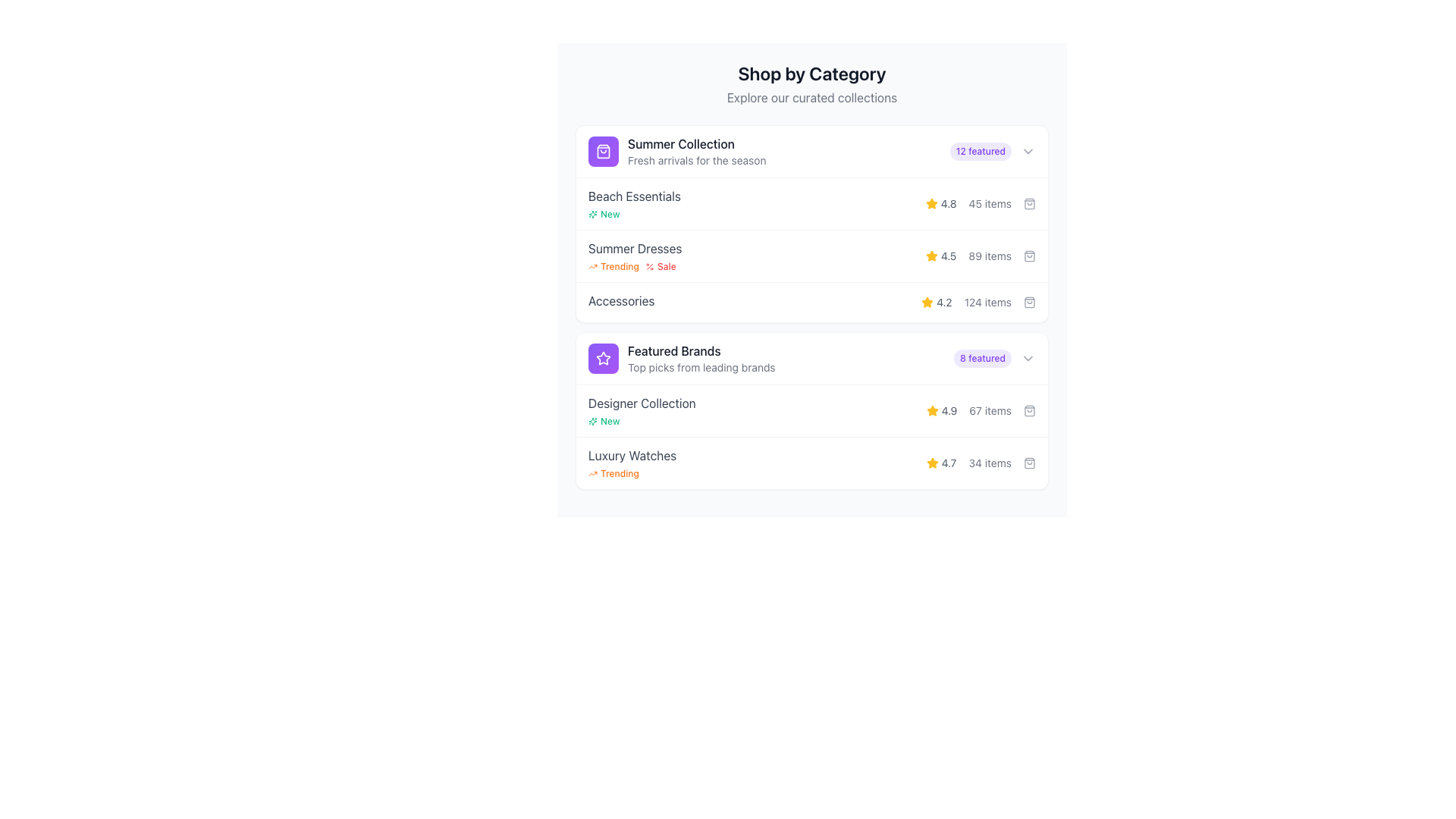 The width and height of the screenshot is (1456, 819). What do you see at coordinates (676, 152) in the screenshot?
I see `static textual information box about the 'Summer Collection' which includes the description 'Fresh arrivals for the season.' This element is located in the 'Shop by Category' section, specifically in the first row, next to a purple square icon with a shopping bag graphic` at bounding box center [676, 152].